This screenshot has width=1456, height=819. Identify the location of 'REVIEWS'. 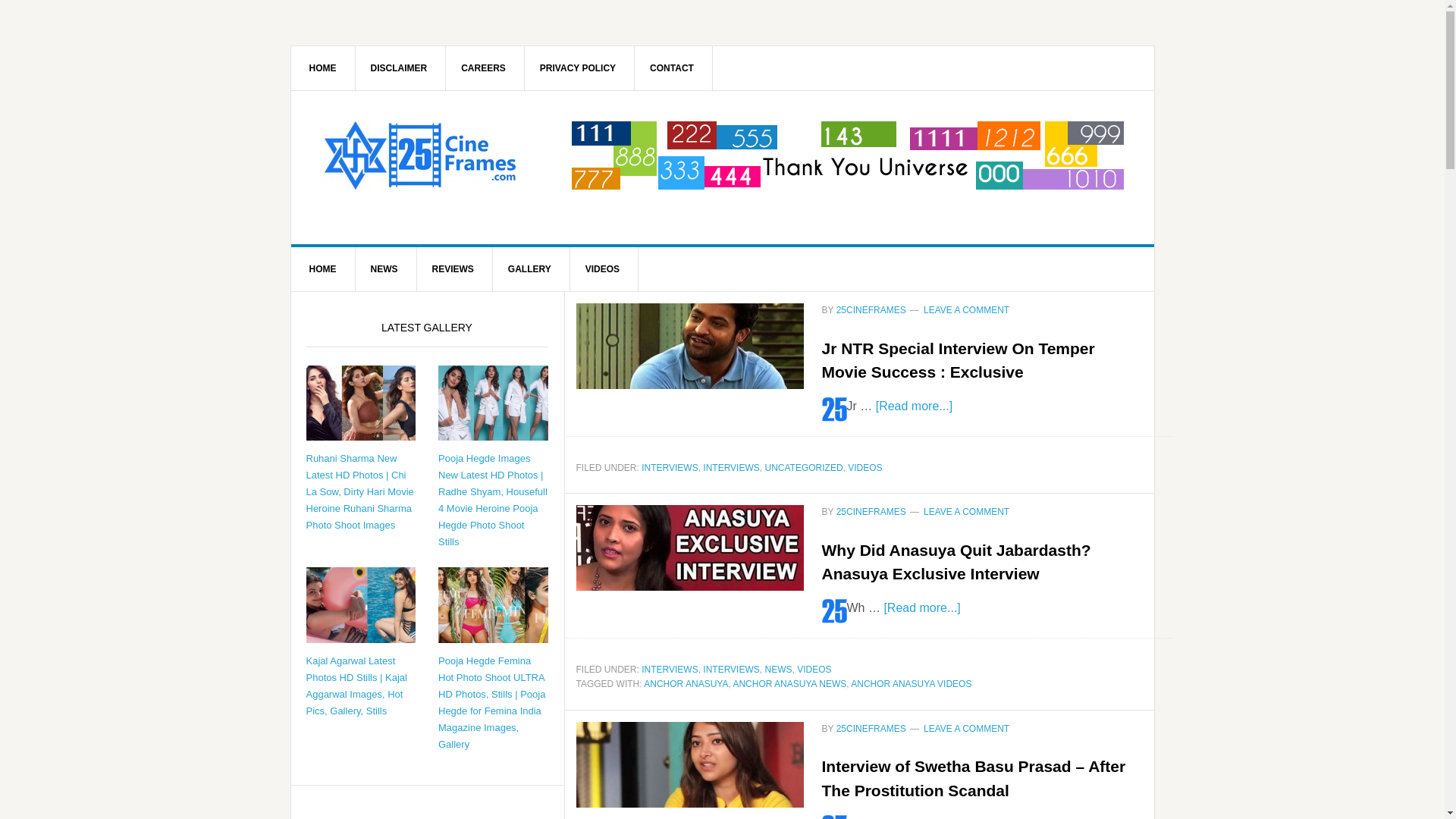
(453, 268).